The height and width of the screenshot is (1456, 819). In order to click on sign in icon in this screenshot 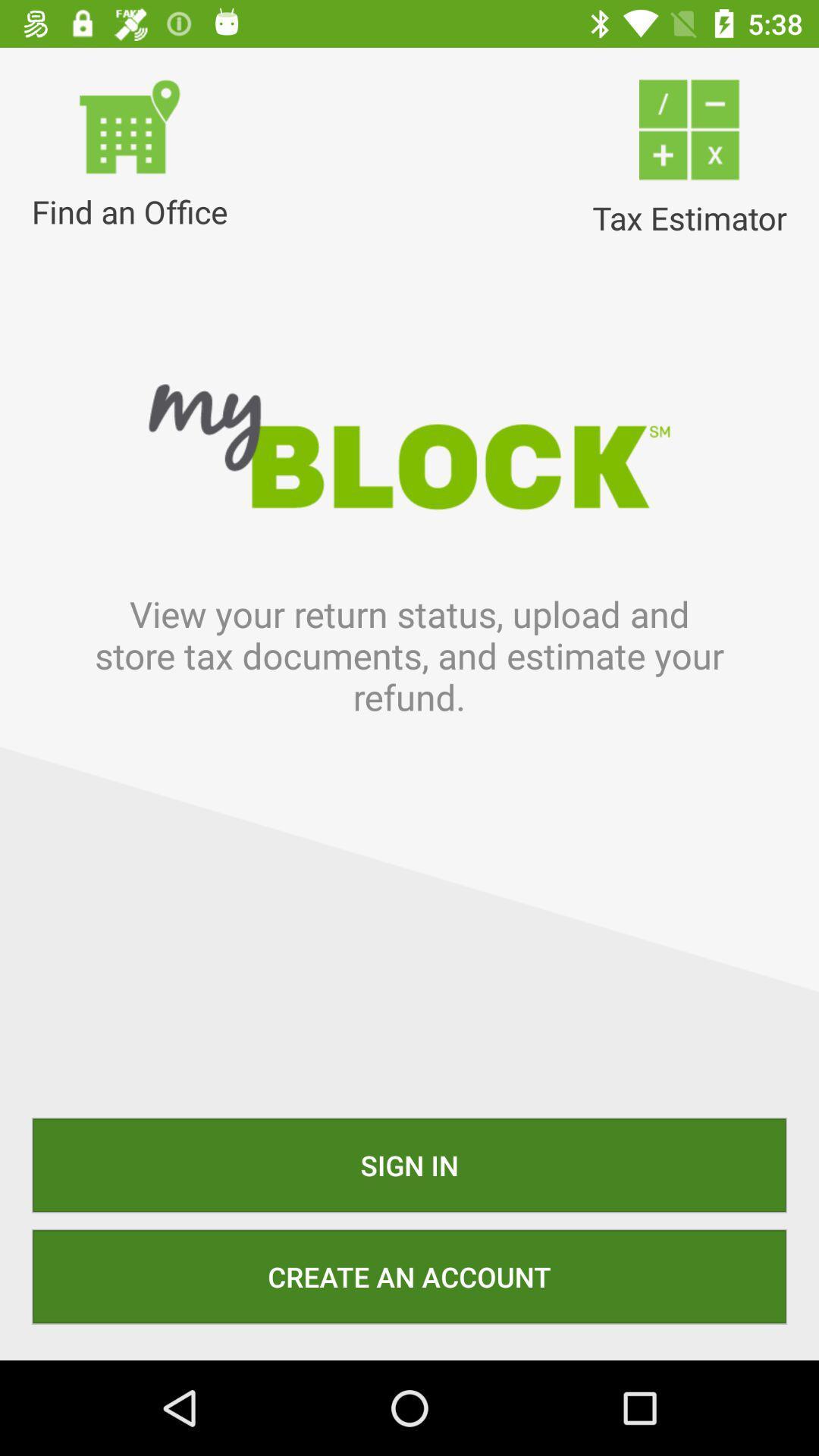, I will do `click(409, 1164)`.